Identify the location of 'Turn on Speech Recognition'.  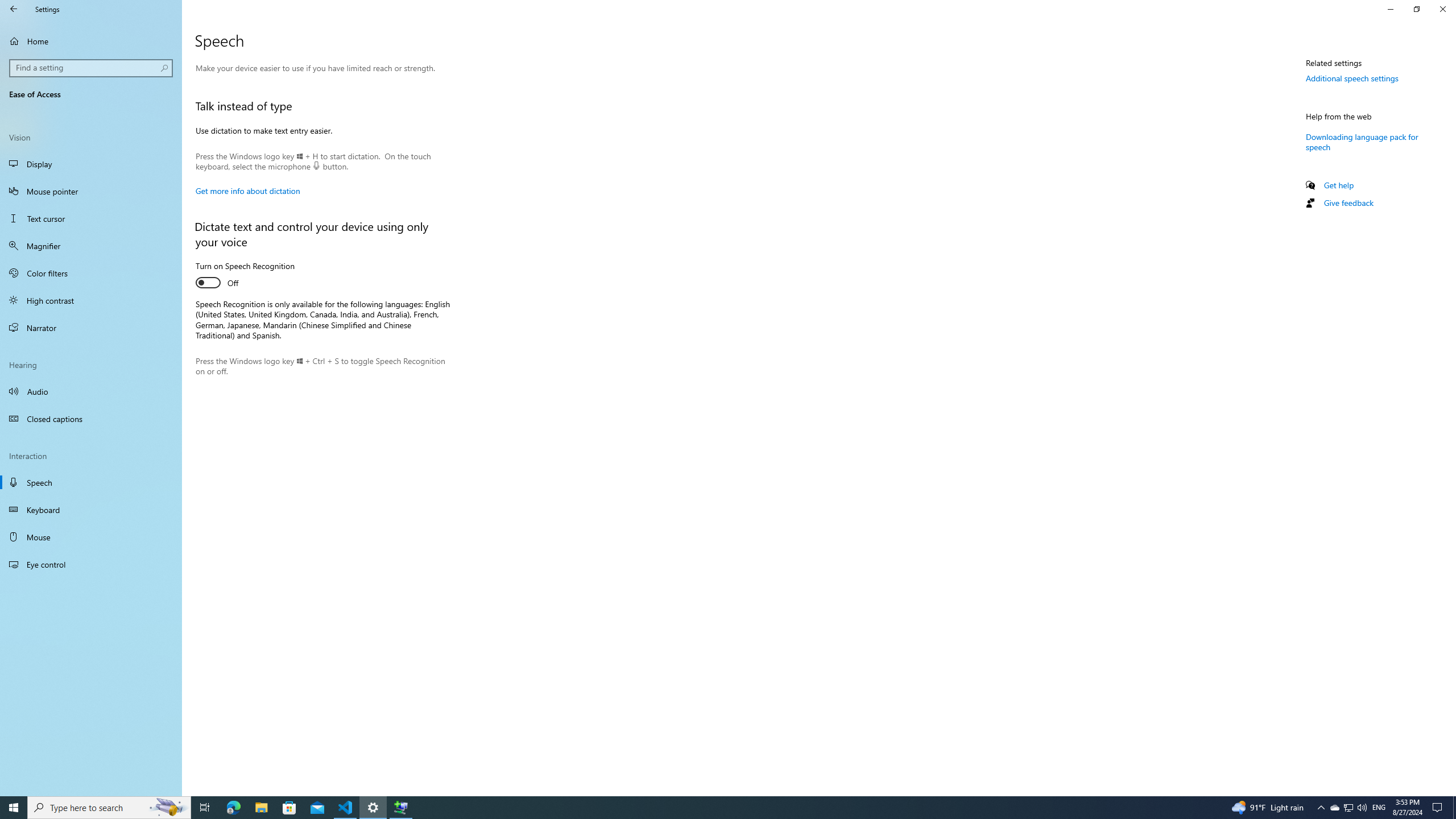
(245, 276).